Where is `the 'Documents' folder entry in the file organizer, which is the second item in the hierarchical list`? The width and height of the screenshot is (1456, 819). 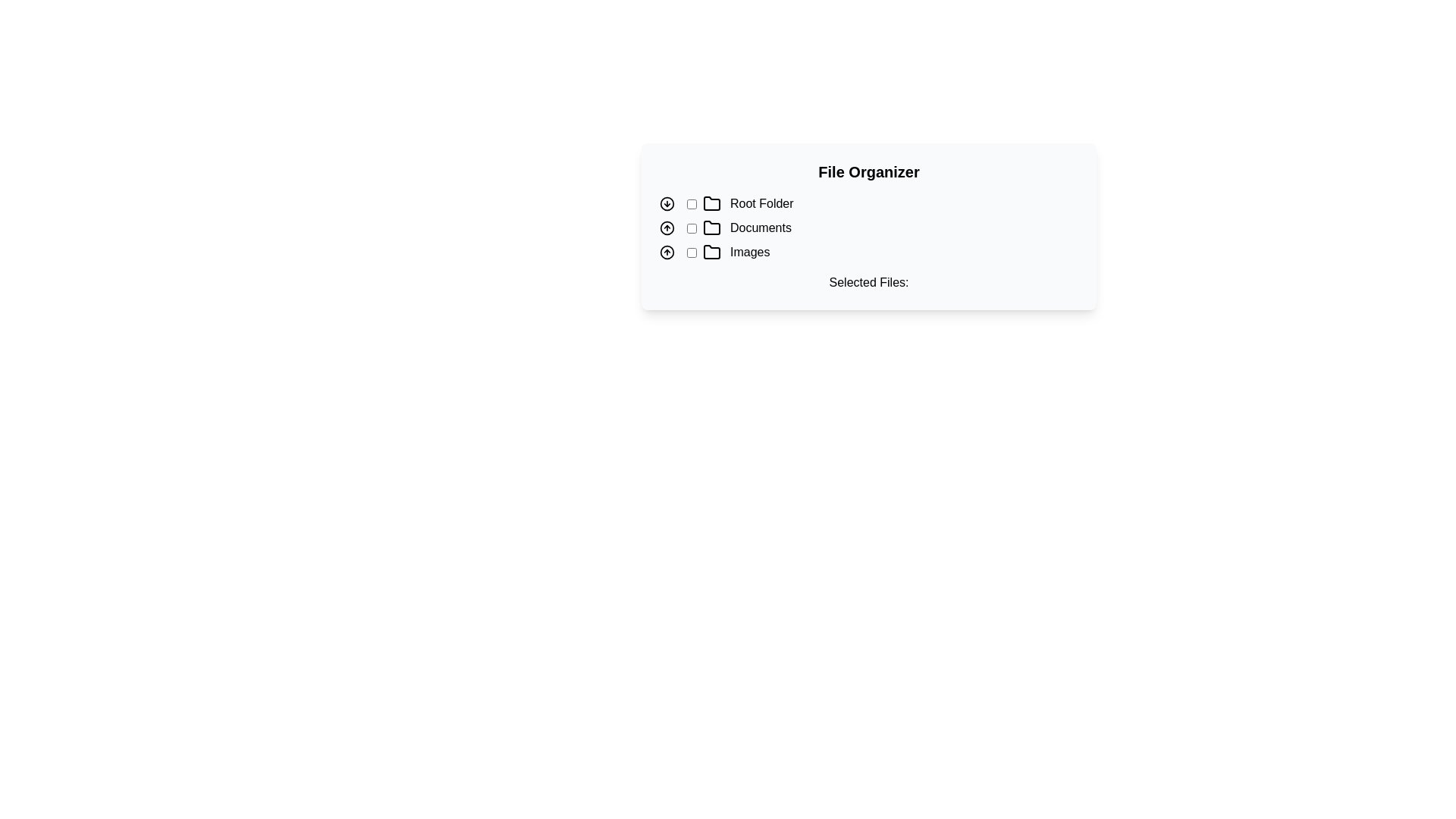 the 'Documents' folder entry in the file organizer, which is the second item in the hierarchical list is located at coordinates (869, 227).